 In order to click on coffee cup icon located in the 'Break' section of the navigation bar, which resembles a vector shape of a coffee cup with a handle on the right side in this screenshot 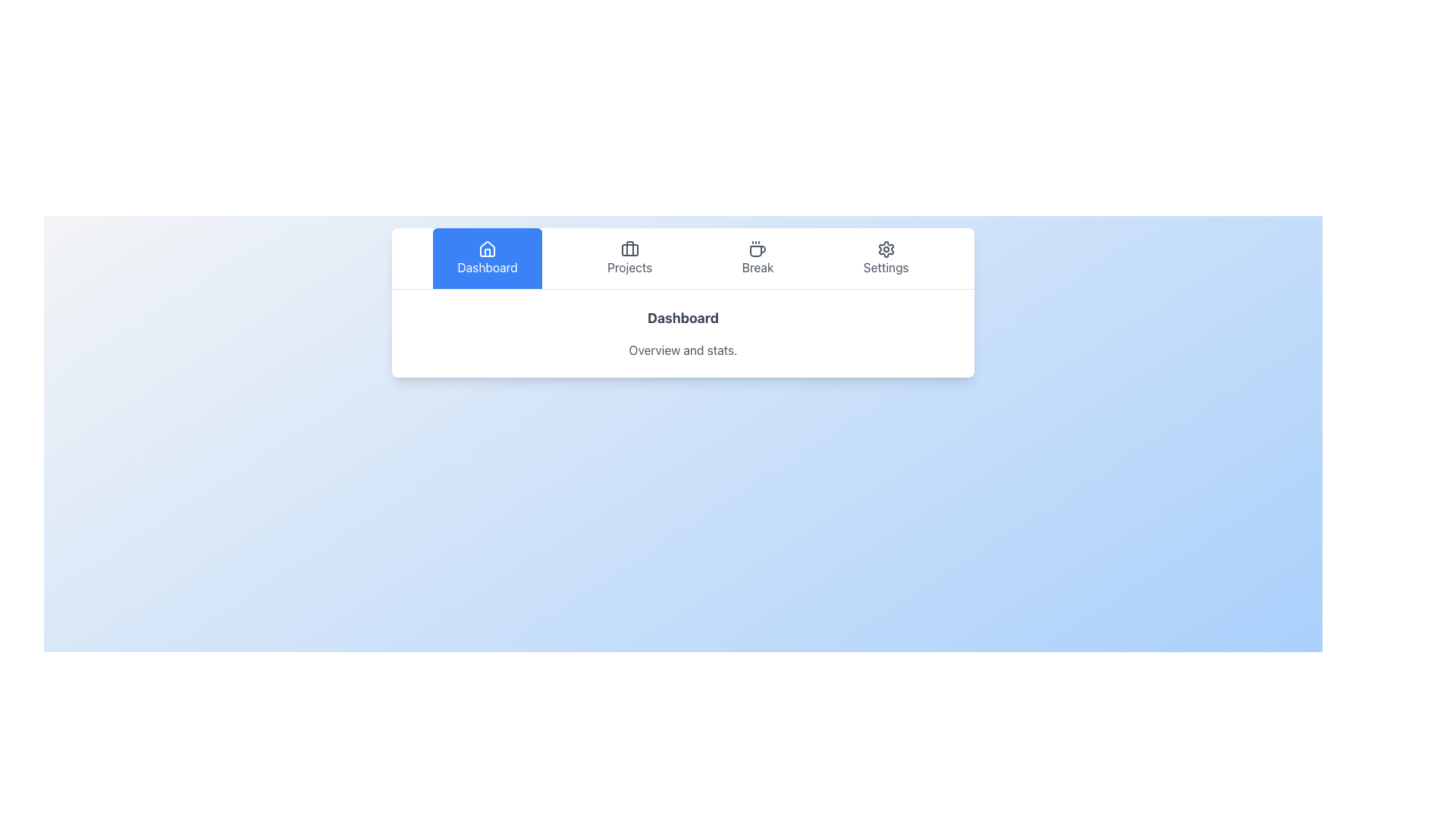, I will do `click(758, 250)`.